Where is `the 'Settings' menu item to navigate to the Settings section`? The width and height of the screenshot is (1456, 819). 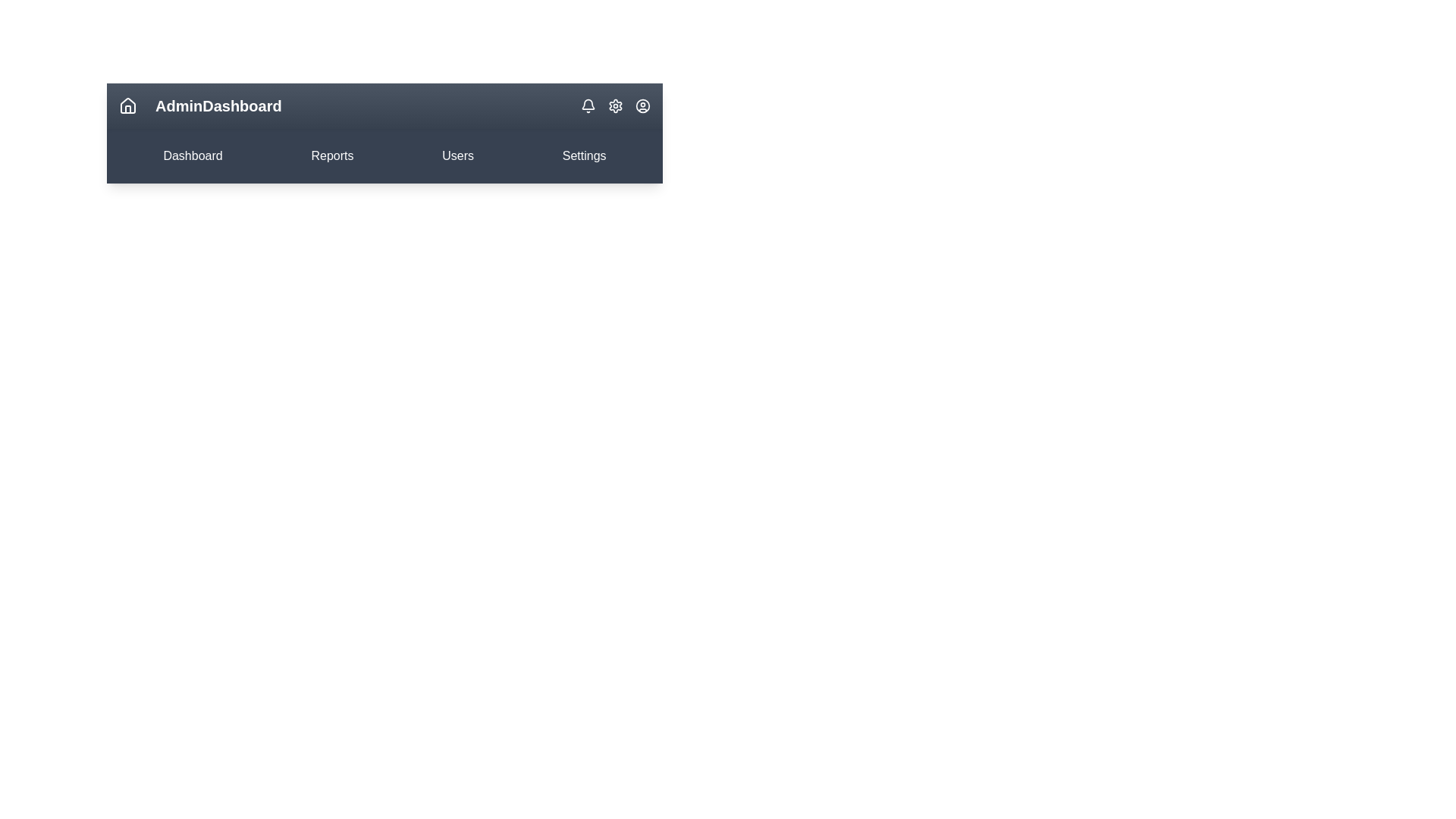
the 'Settings' menu item to navigate to the Settings section is located at coordinates (582, 155).